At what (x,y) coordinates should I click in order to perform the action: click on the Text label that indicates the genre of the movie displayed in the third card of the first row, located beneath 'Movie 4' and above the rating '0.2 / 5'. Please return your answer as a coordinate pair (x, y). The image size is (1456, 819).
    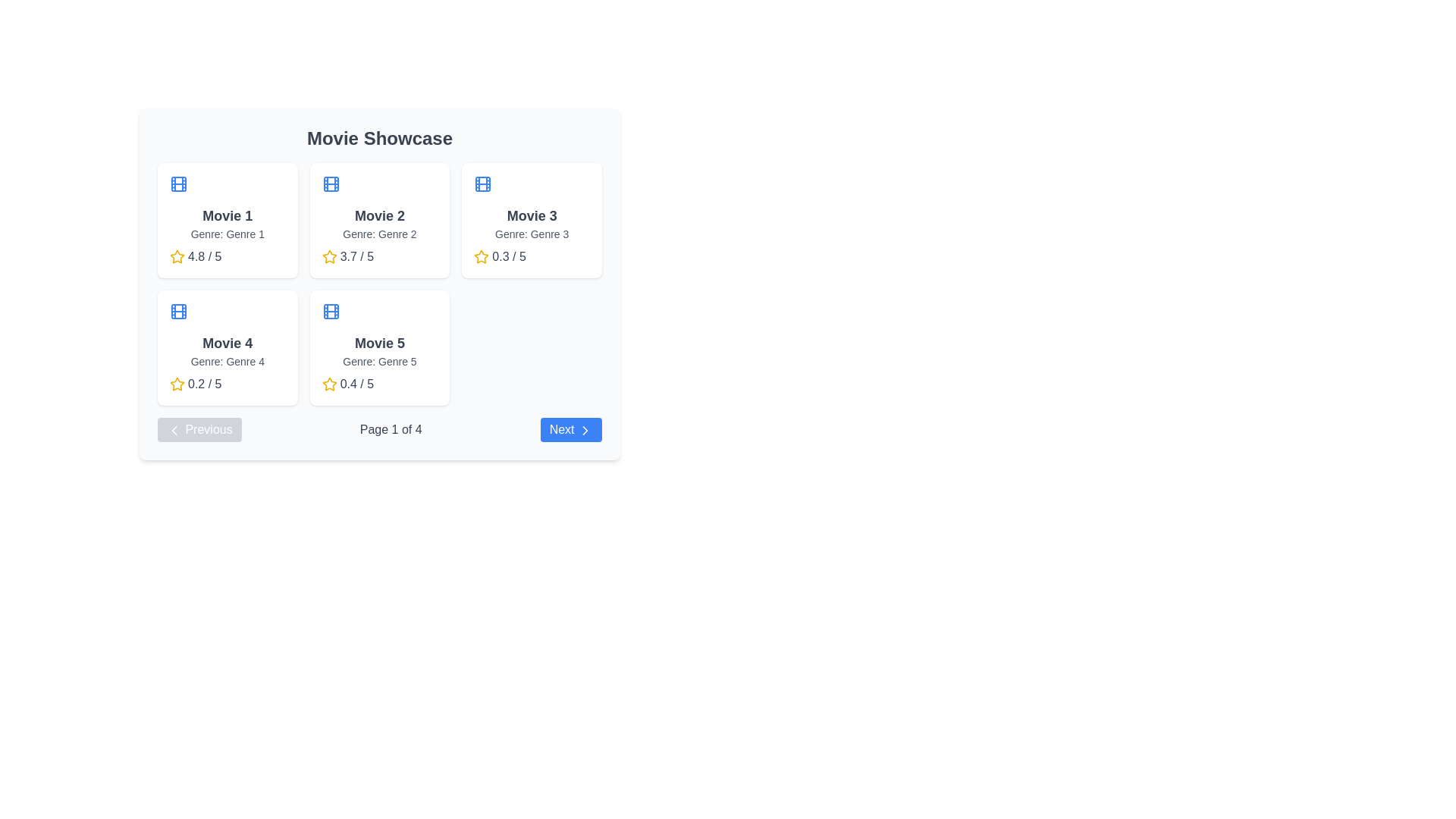
    Looking at the image, I should click on (227, 362).